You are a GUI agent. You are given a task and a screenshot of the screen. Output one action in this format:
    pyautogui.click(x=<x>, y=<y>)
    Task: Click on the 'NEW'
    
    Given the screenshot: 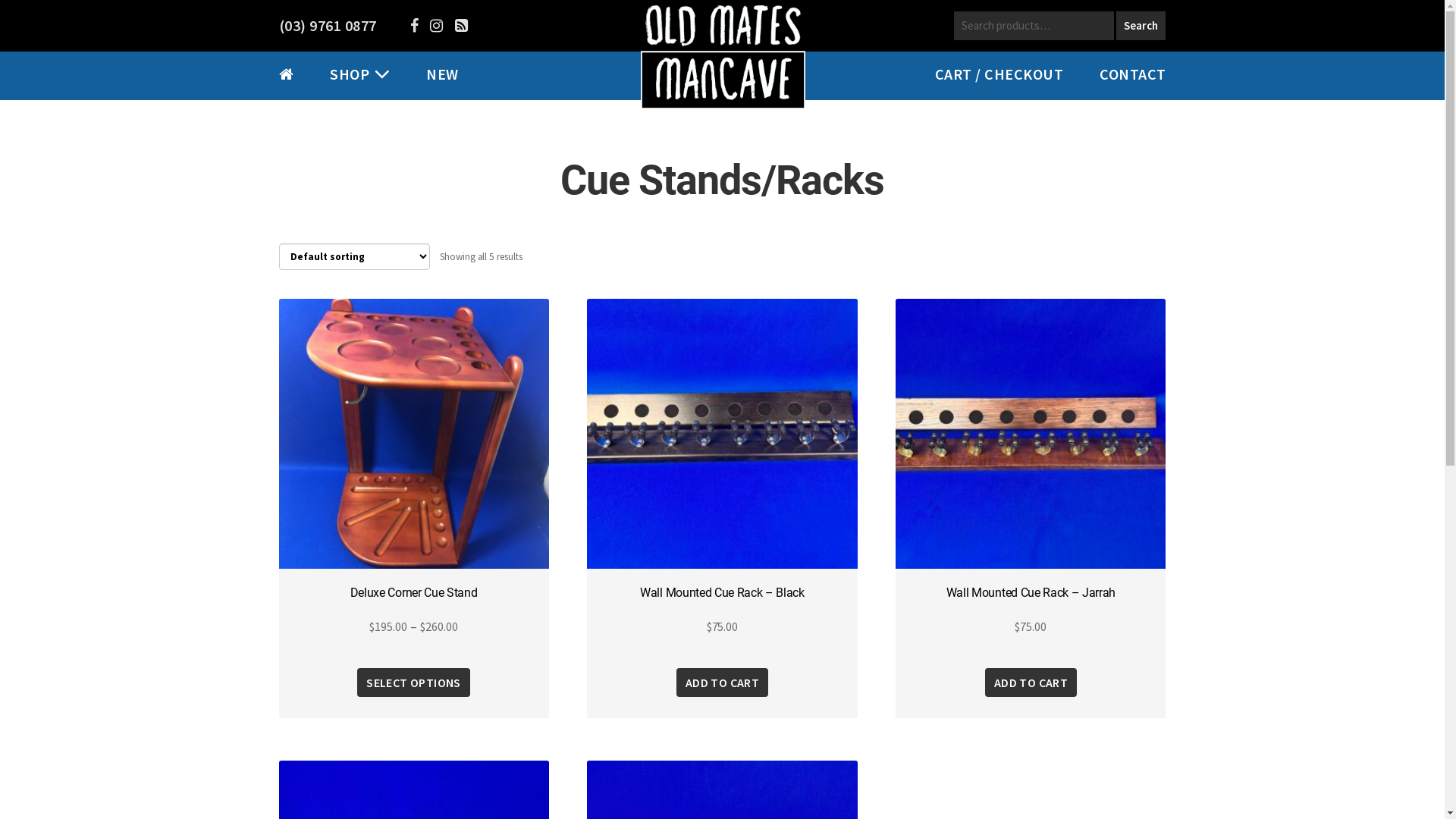 What is the action you would take?
    pyautogui.click(x=425, y=74)
    